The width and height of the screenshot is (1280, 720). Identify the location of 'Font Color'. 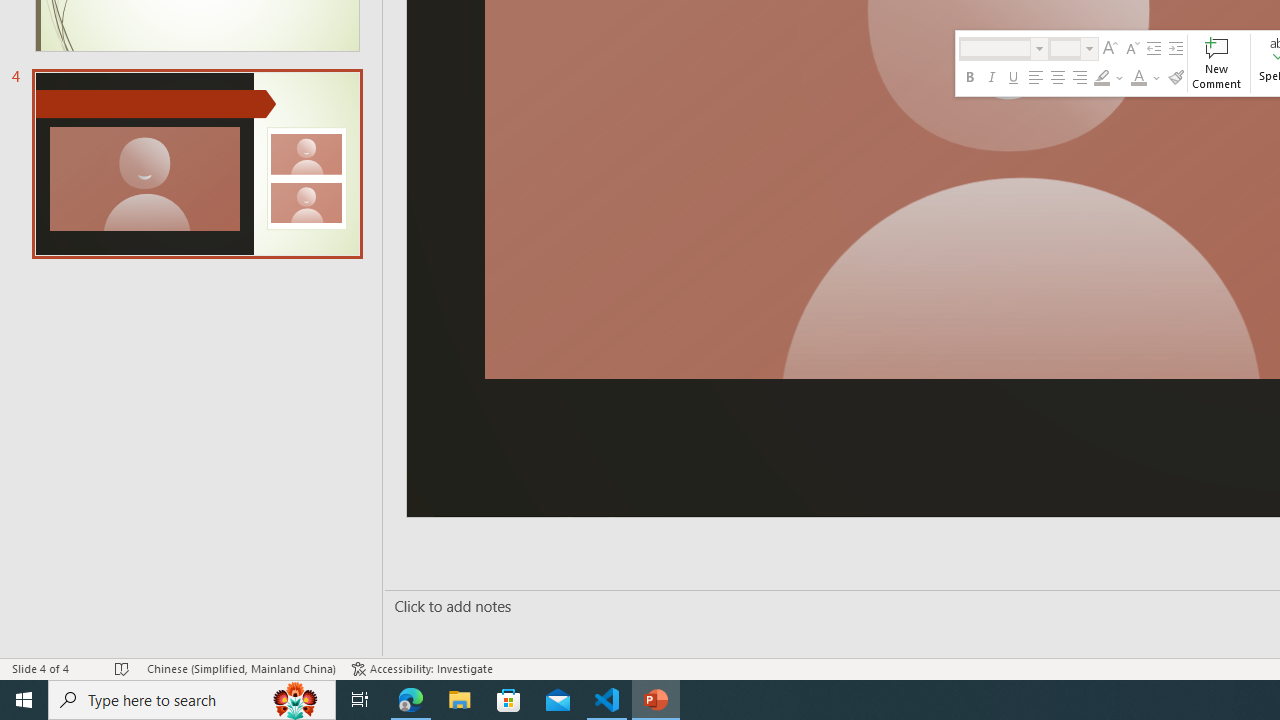
(1146, 77).